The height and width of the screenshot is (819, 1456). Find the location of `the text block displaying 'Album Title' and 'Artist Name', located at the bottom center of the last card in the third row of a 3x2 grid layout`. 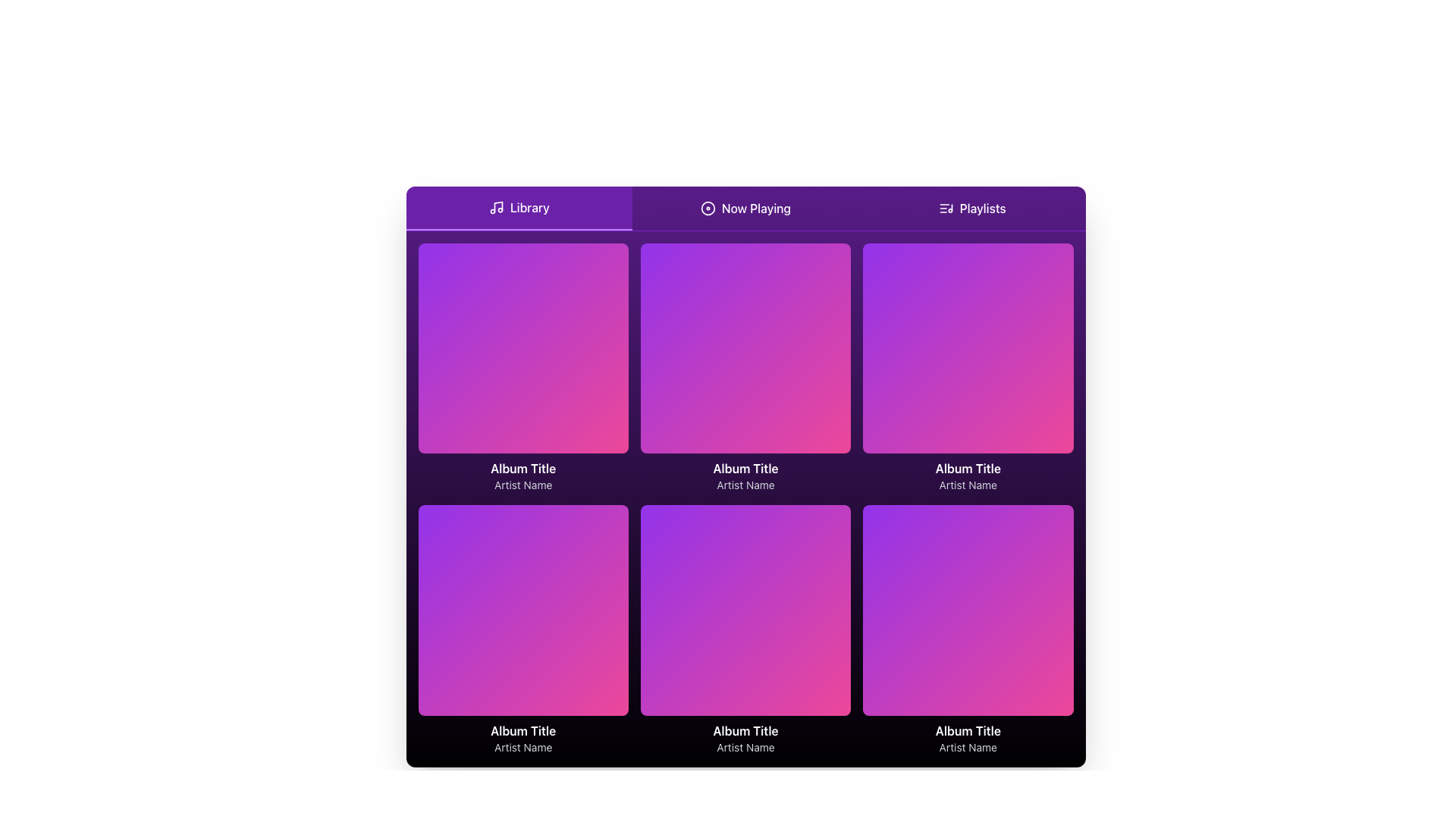

the text block displaying 'Album Title' and 'Artist Name', located at the bottom center of the last card in the third row of a 3x2 grid layout is located at coordinates (967, 737).